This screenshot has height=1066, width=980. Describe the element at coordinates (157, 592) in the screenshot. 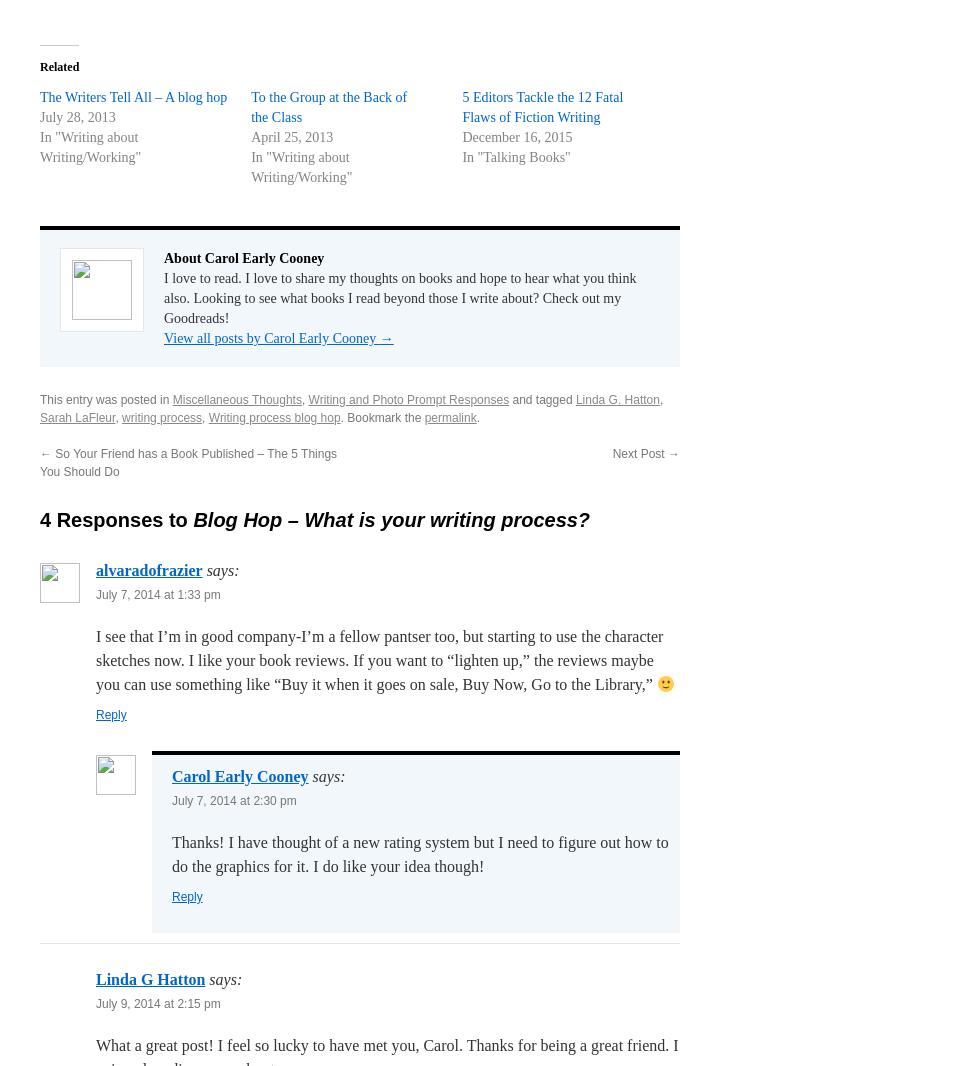

I see `'July 7, 2014 at 1:33 pm'` at that location.